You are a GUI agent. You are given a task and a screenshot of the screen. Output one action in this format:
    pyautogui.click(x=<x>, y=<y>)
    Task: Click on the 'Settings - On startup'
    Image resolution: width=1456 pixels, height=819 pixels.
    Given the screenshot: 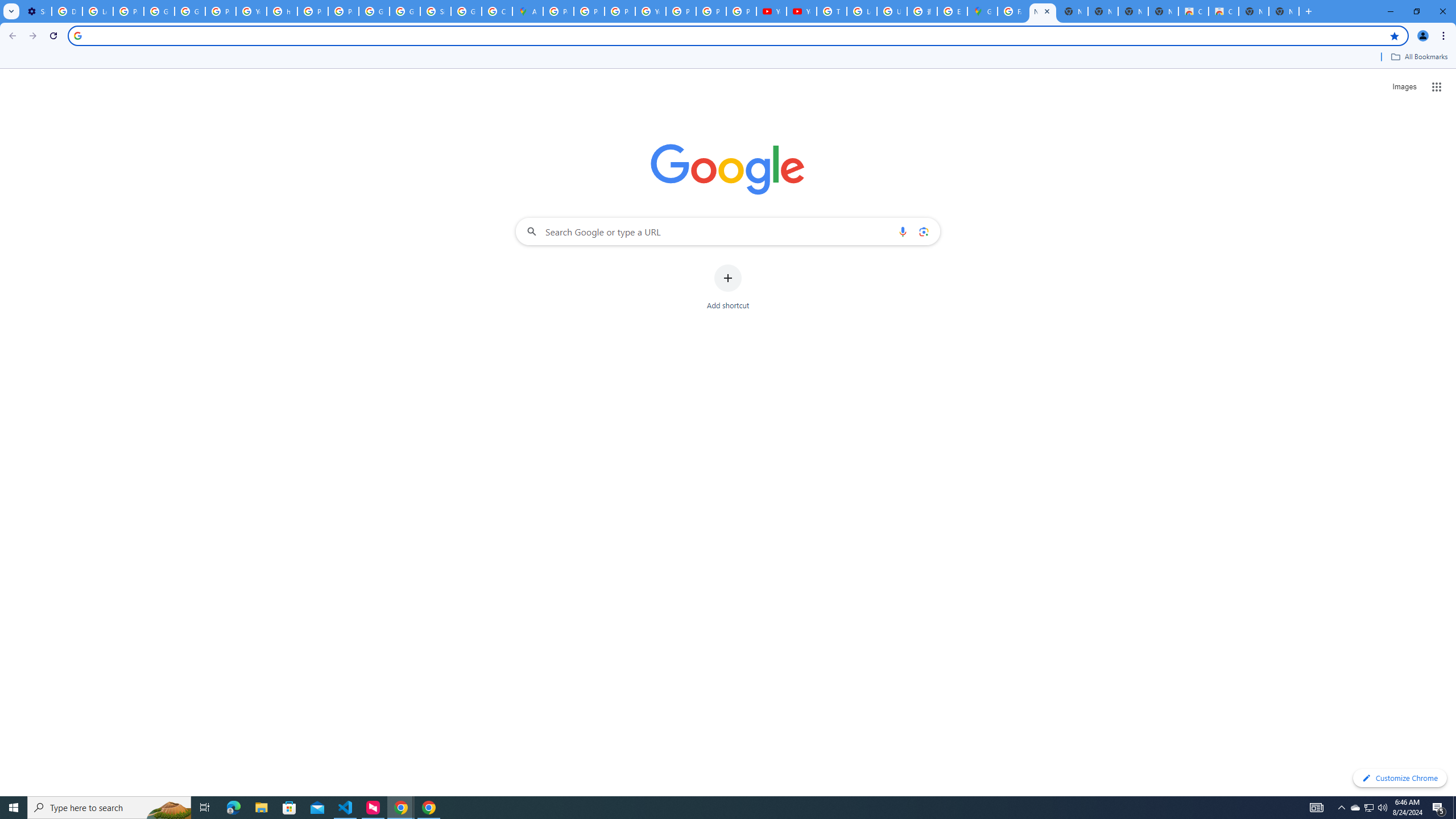 What is the action you would take?
    pyautogui.click(x=36, y=11)
    